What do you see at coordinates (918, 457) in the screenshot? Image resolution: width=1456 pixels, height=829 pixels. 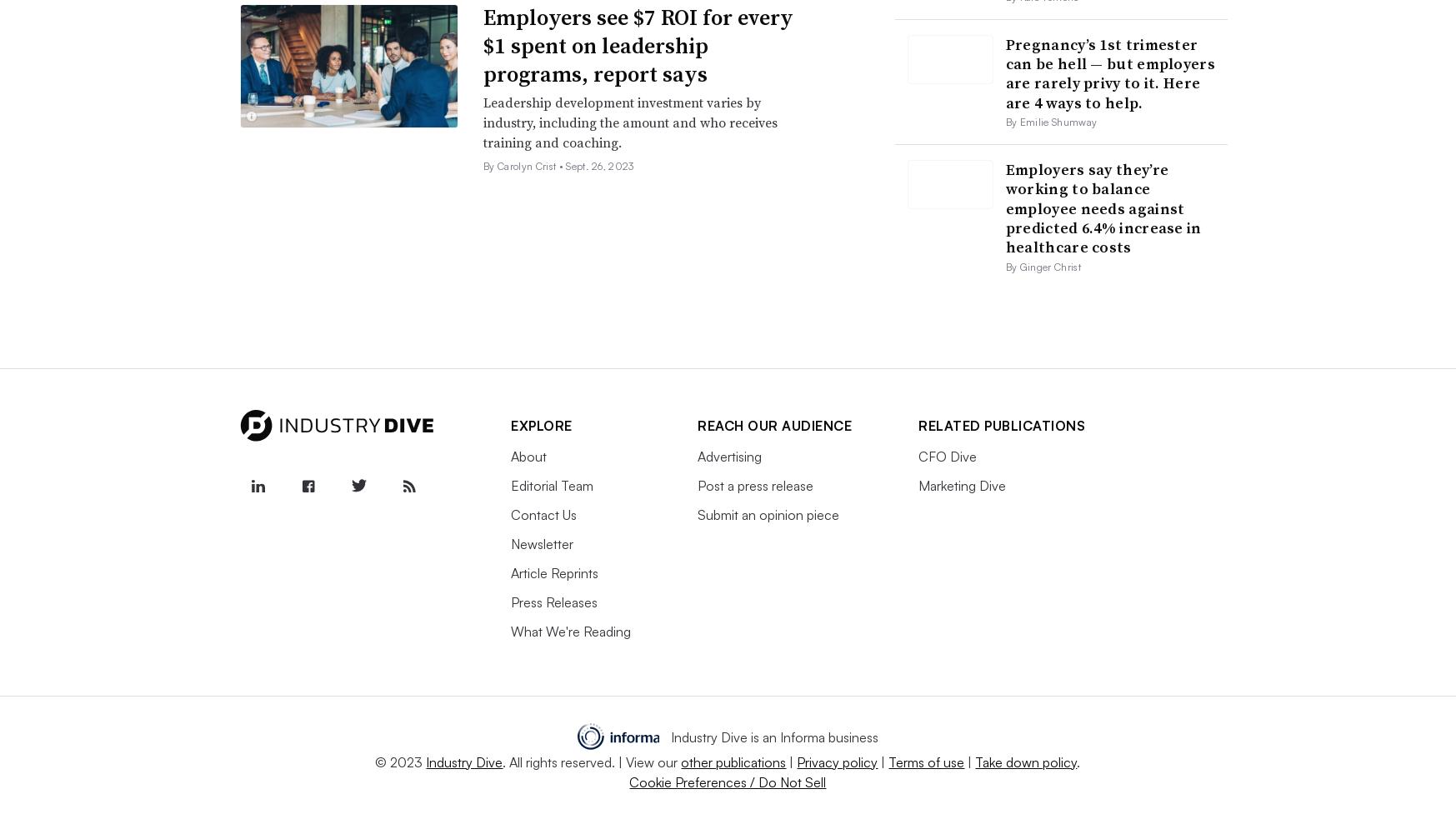 I see `'CFO Dive'` at bounding box center [918, 457].